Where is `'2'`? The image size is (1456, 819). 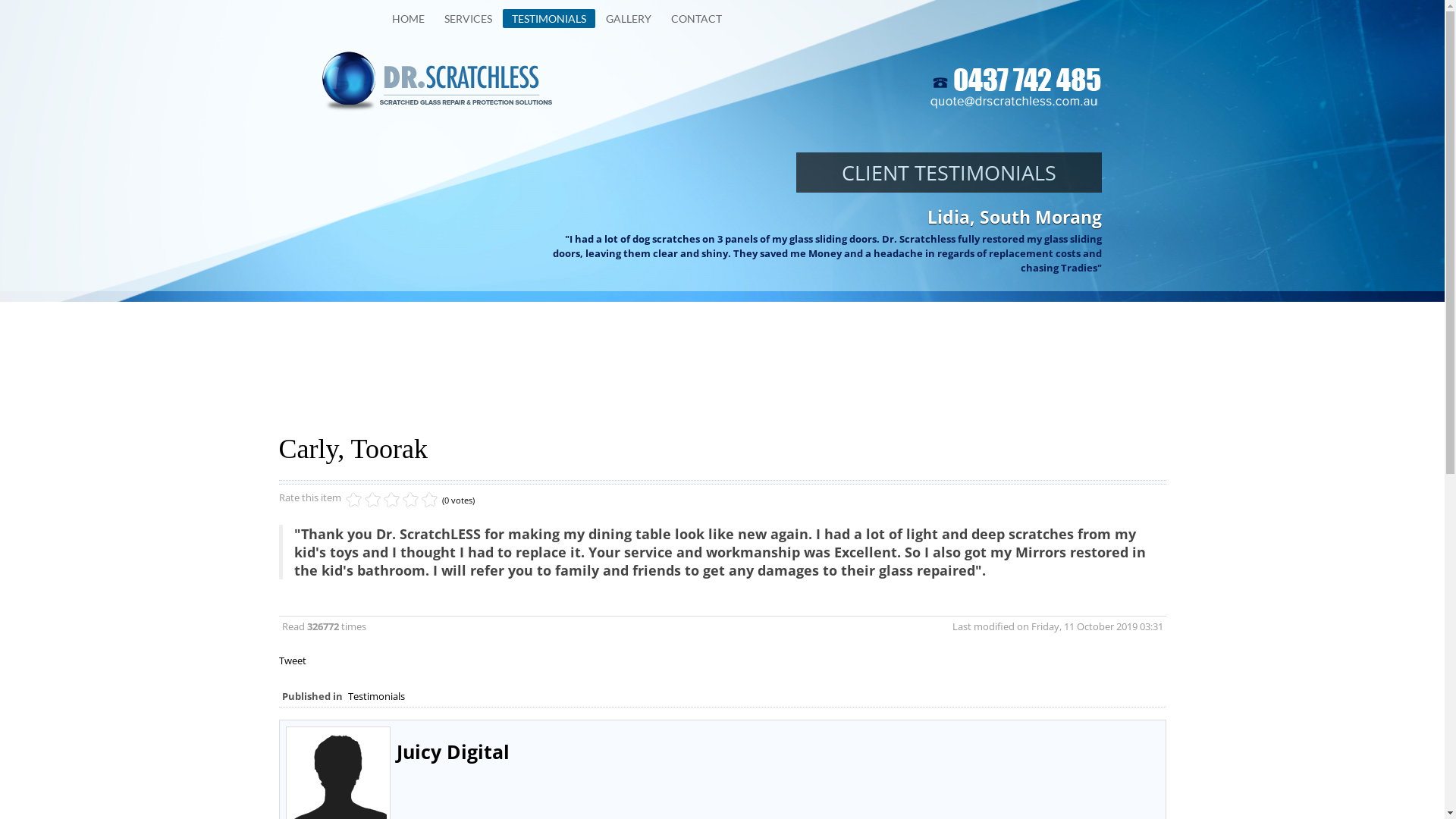 '2' is located at coordinates (362, 500).